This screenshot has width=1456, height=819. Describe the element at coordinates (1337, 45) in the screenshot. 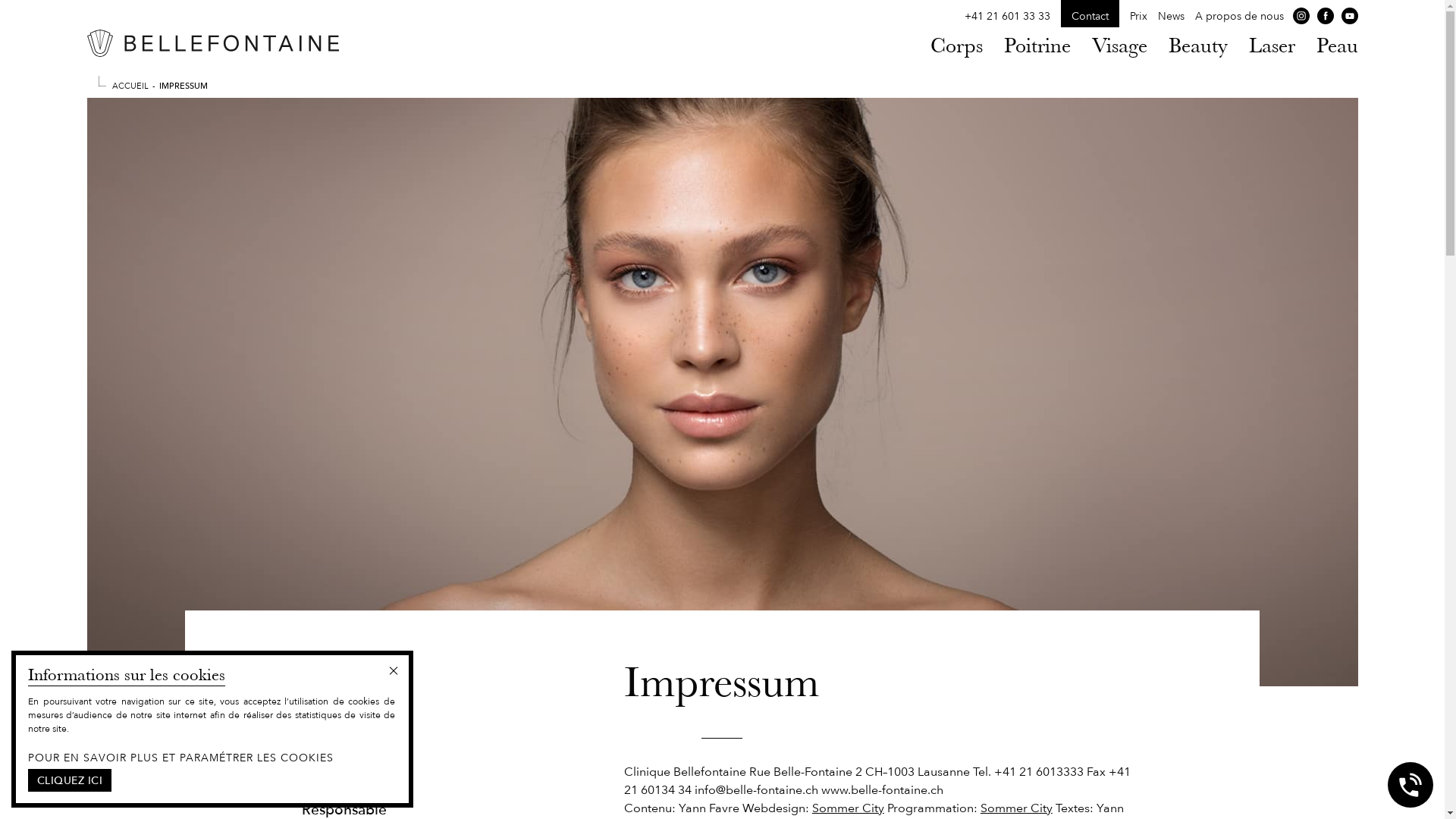

I see `'Peau'` at that location.